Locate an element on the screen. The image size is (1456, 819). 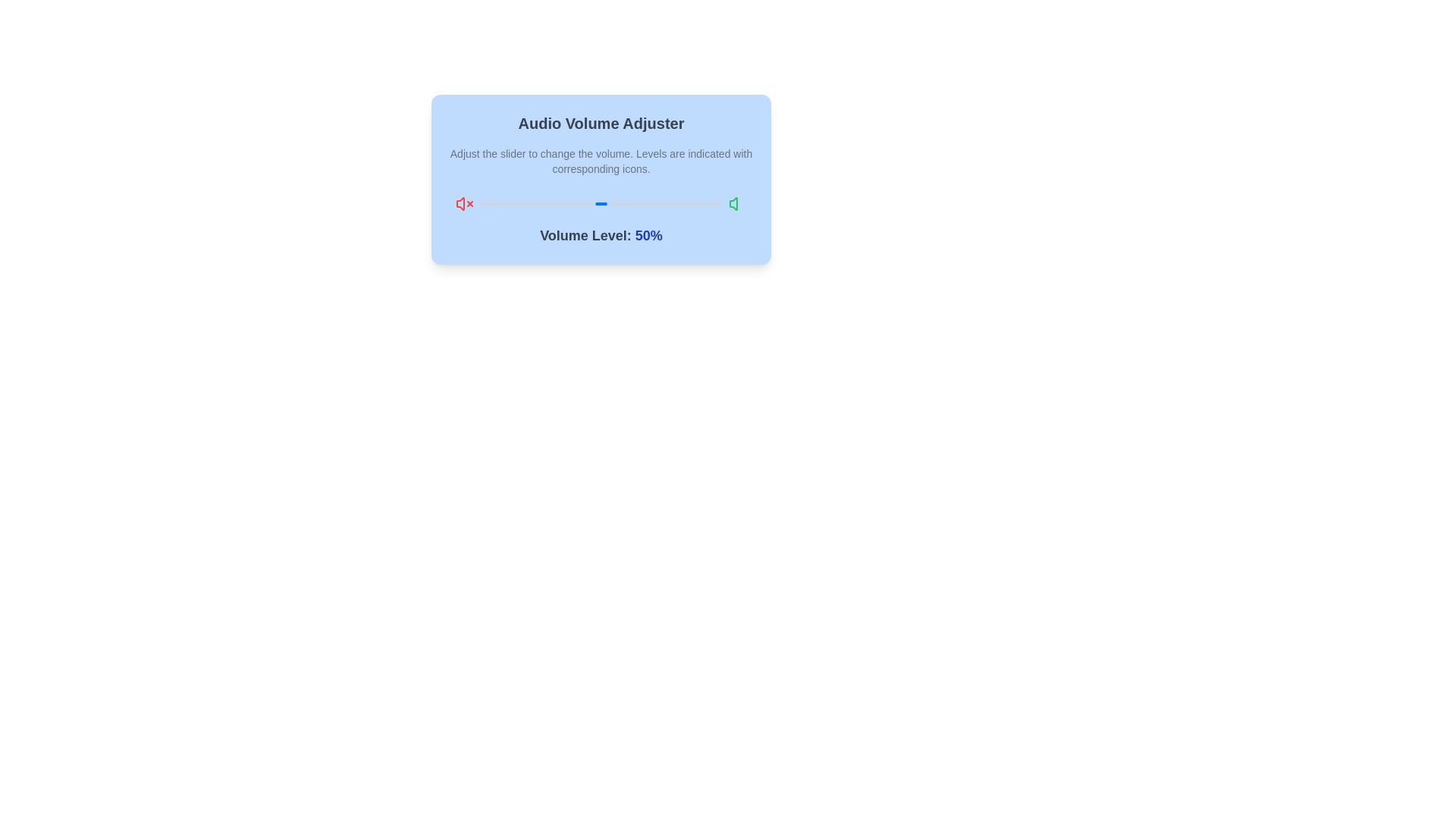
the volume slider to set the volume to 40% is located at coordinates (576, 203).